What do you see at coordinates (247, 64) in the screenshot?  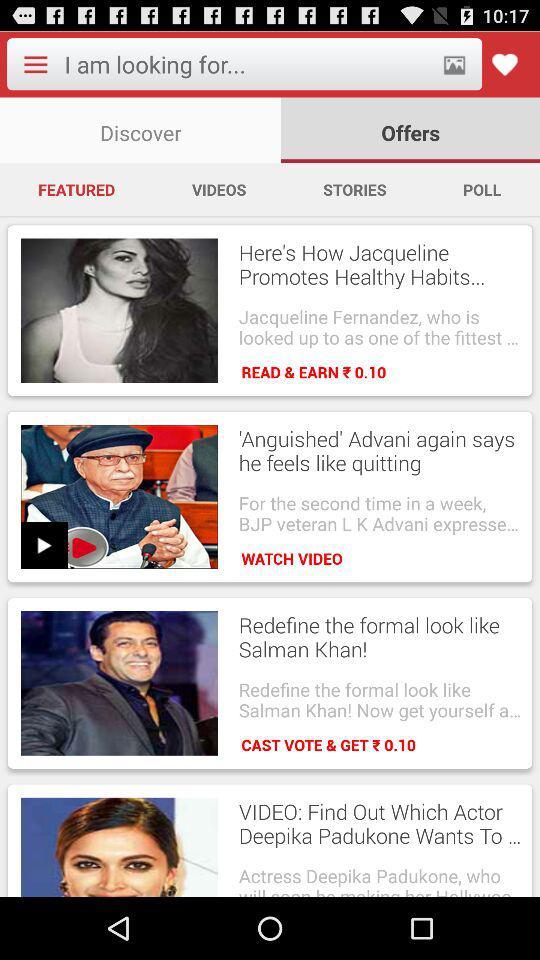 I see `search textnox` at bounding box center [247, 64].